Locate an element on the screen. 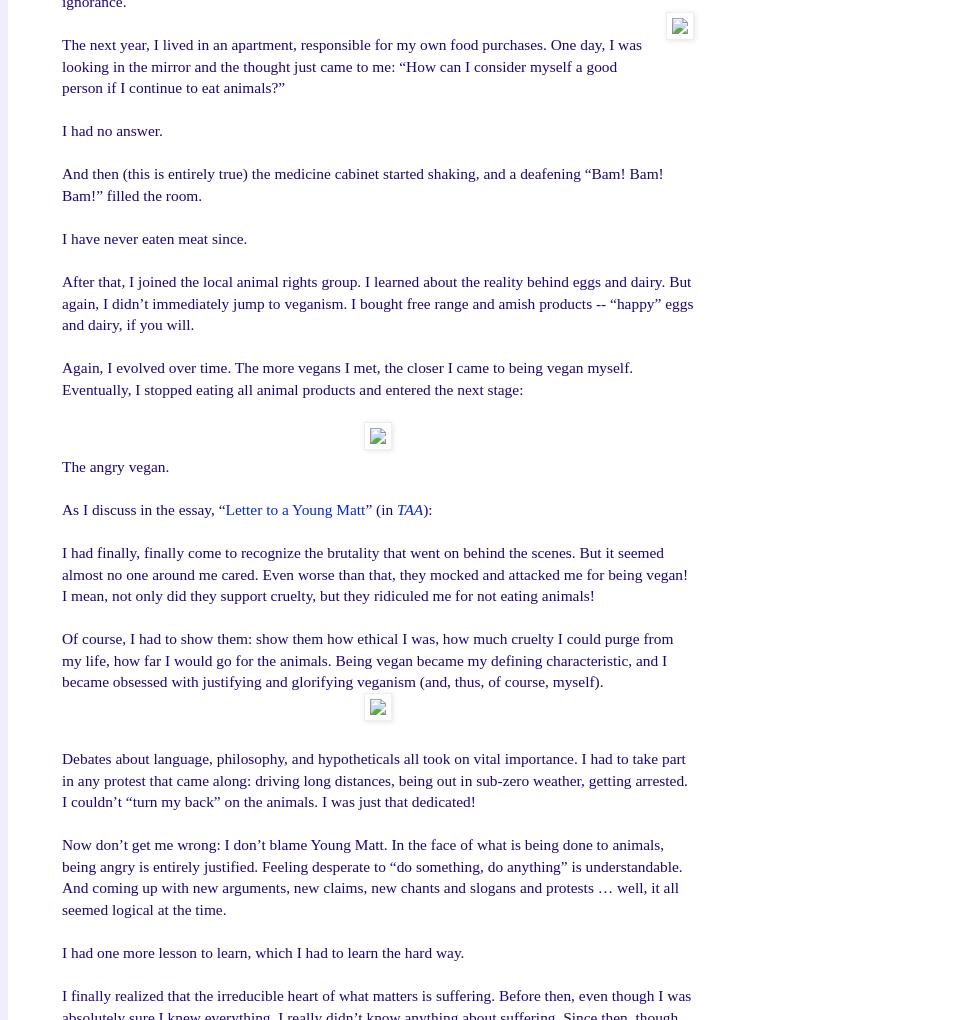 This screenshot has width=968, height=1020. 'I had one more lesson to learn, which I had to learn the hard way.' is located at coordinates (60, 951).